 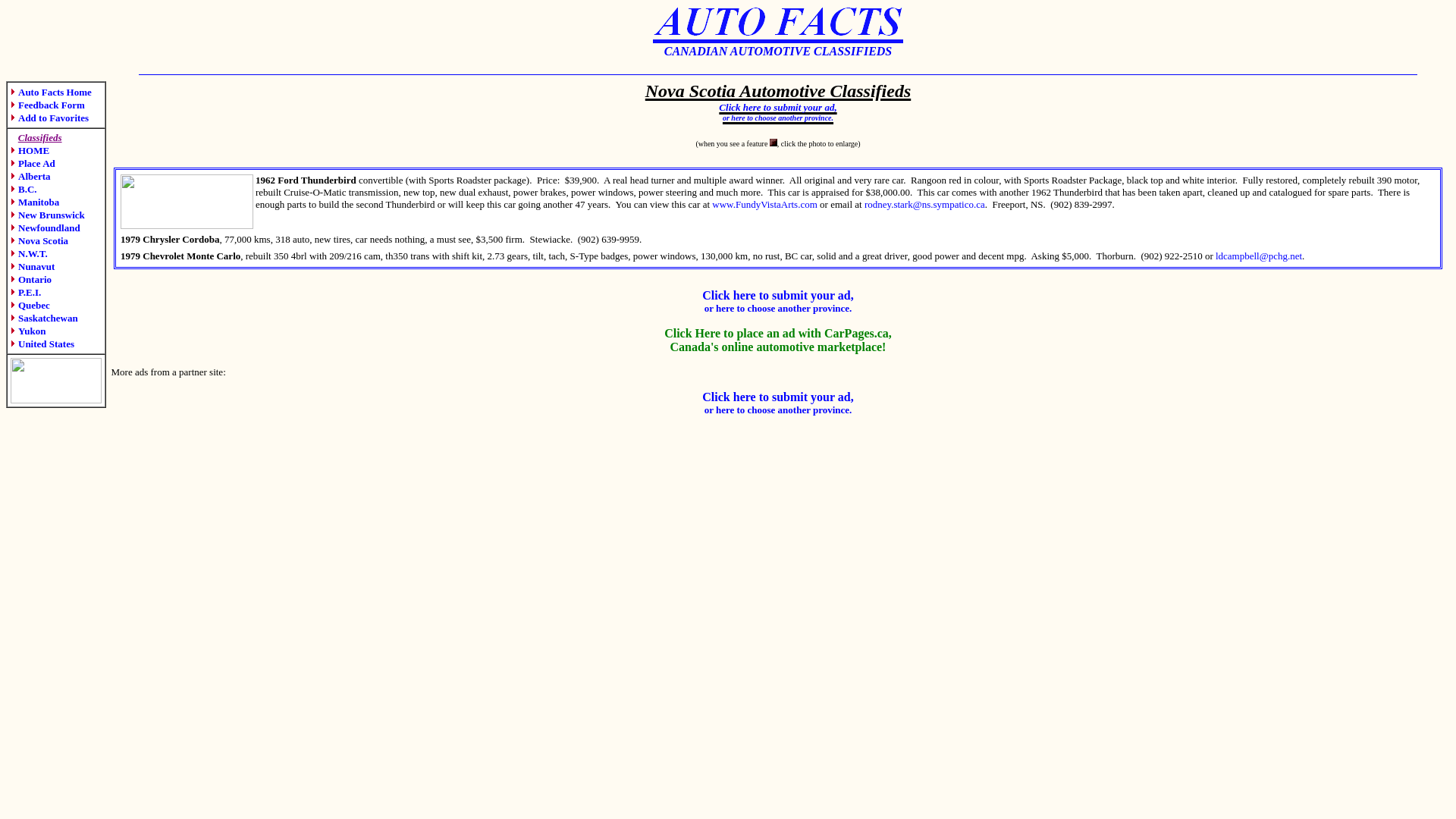 What do you see at coordinates (11, 279) in the screenshot?
I see `'Ontario'` at bounding box center [11, 279].